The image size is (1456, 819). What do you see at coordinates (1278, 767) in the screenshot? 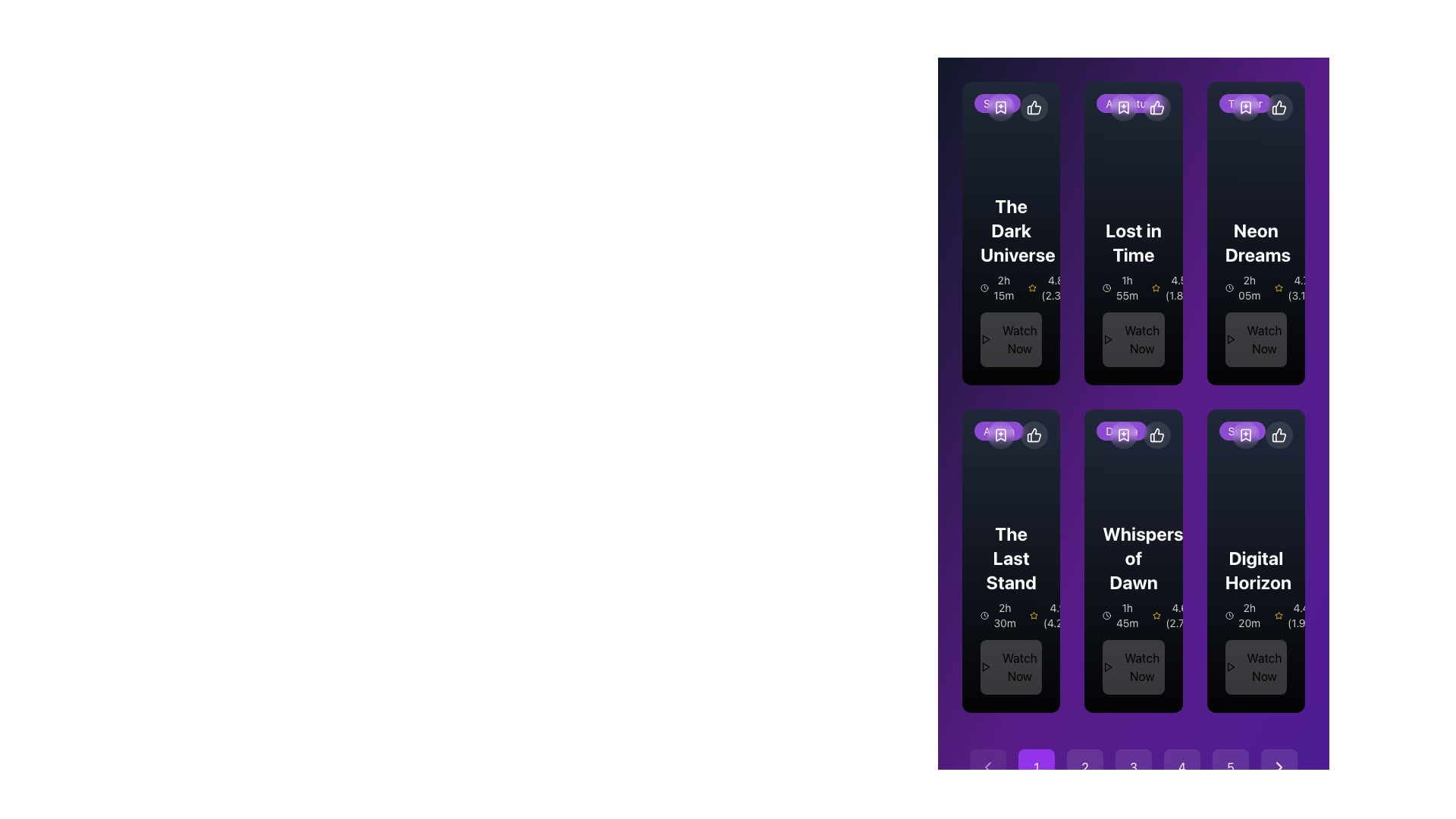
I see `the rightmost navigation button located at the bottom of the view to advance to the next page or section` at bounding box center [1278, 767].